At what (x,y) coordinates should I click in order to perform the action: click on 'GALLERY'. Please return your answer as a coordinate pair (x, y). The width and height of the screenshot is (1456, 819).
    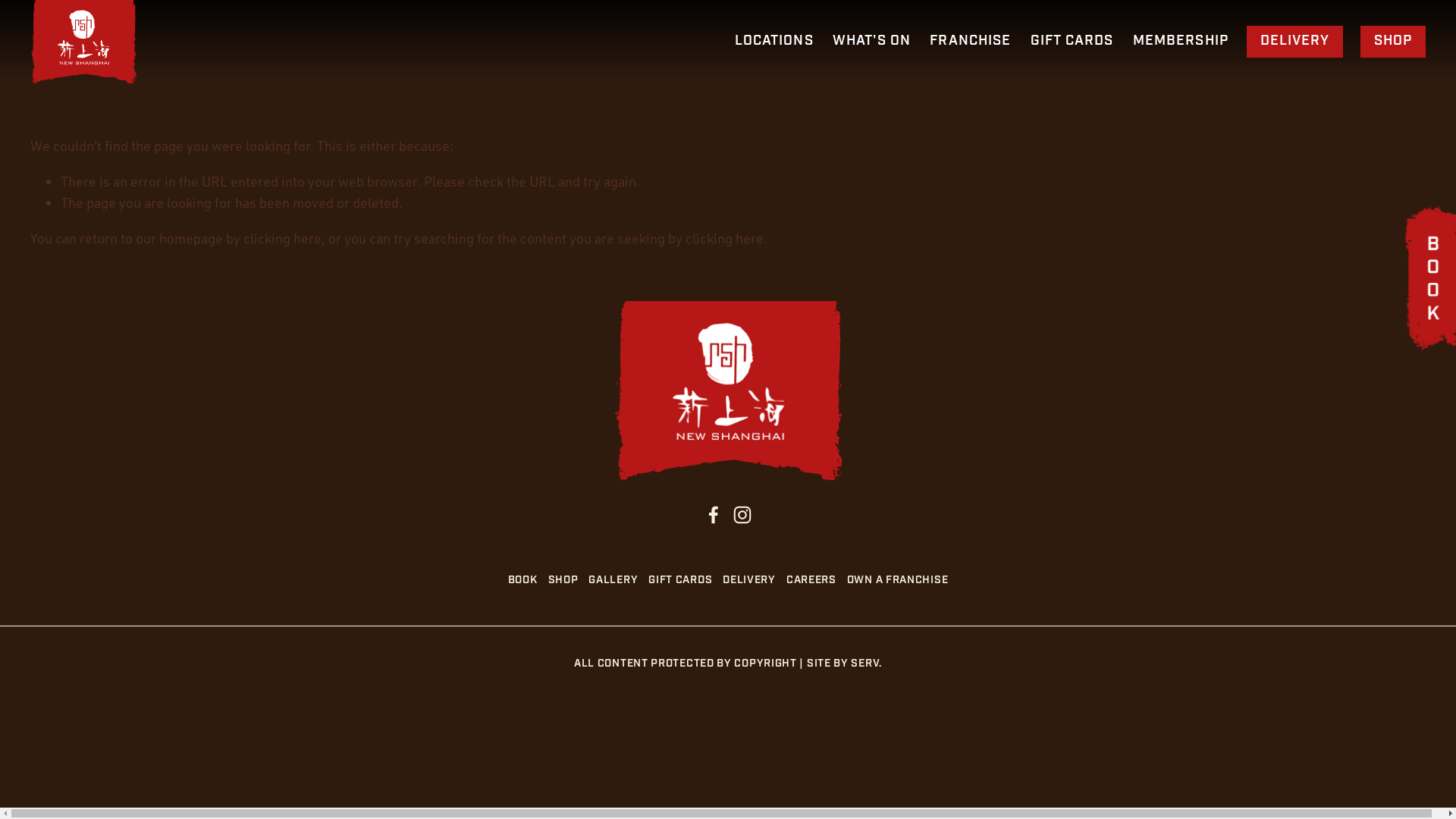
    Looking at the image, I should click on (618, 580).